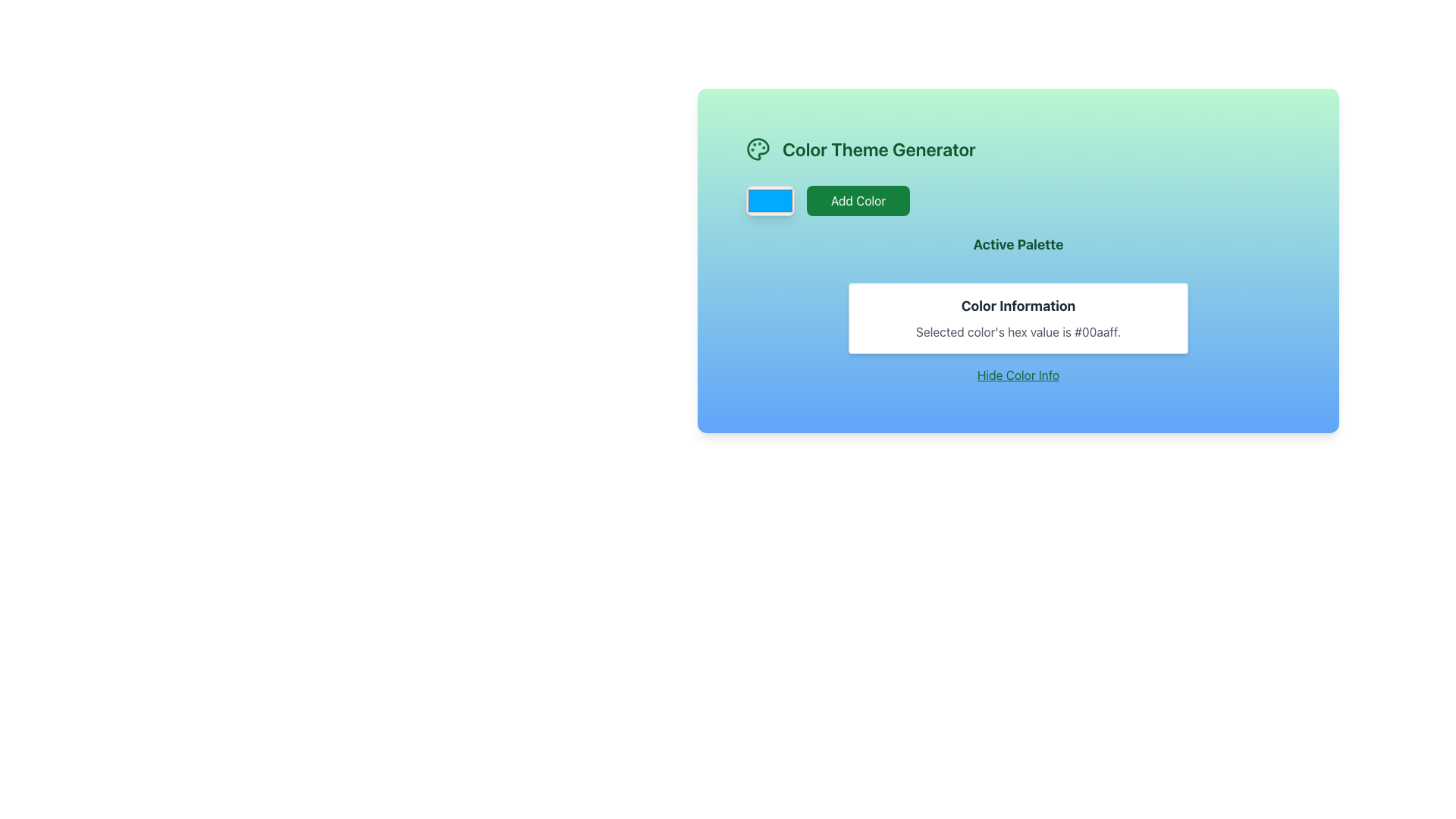  I want to click on the non-interactive text label indicating the context related to active color palettes, positioned below the 'Add Color' button and above the 'Color Information' section, so click(1018, 248).